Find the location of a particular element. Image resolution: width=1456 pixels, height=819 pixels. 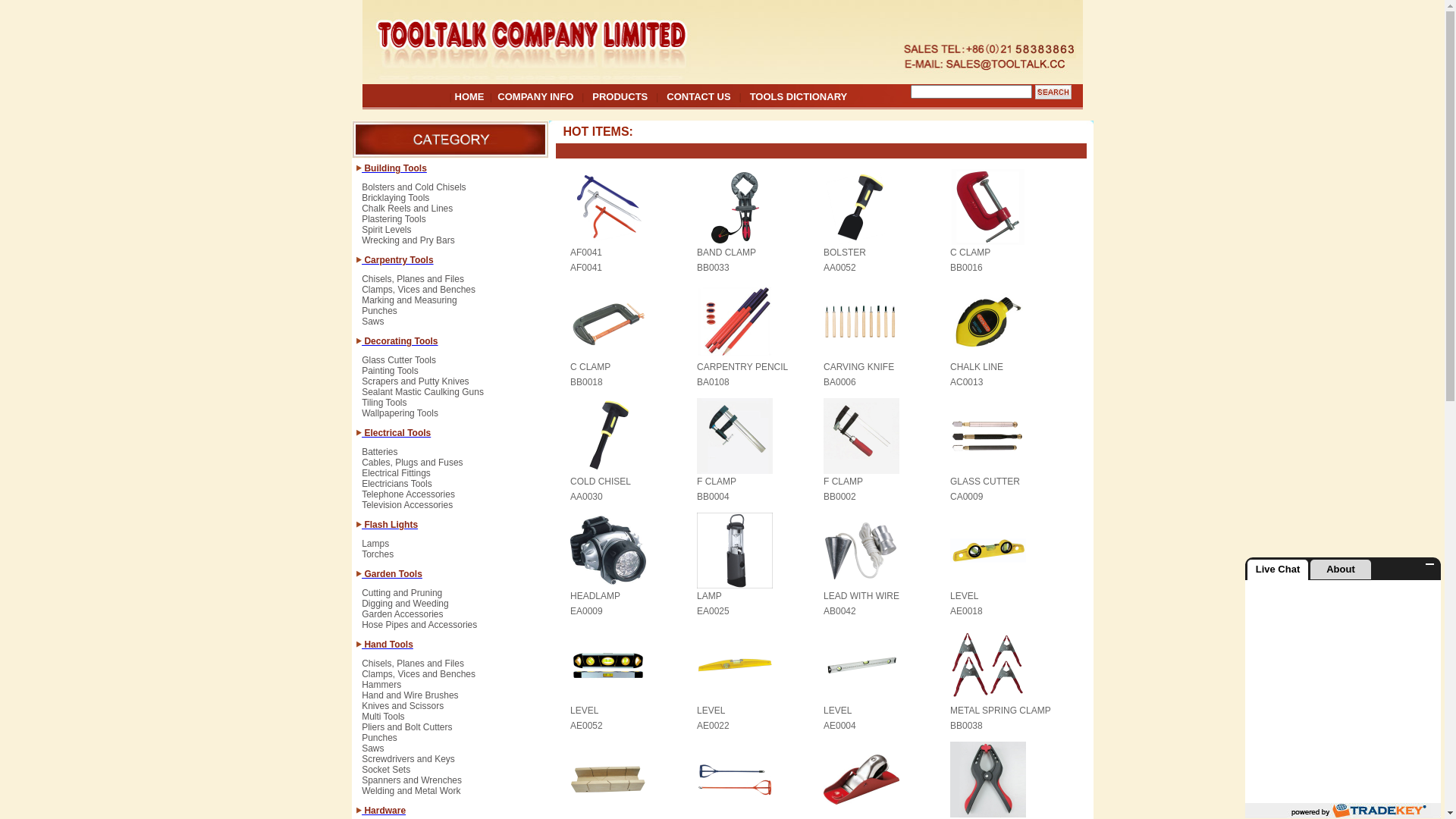

'Electricians Tools' is located at coordinates (397, 488).